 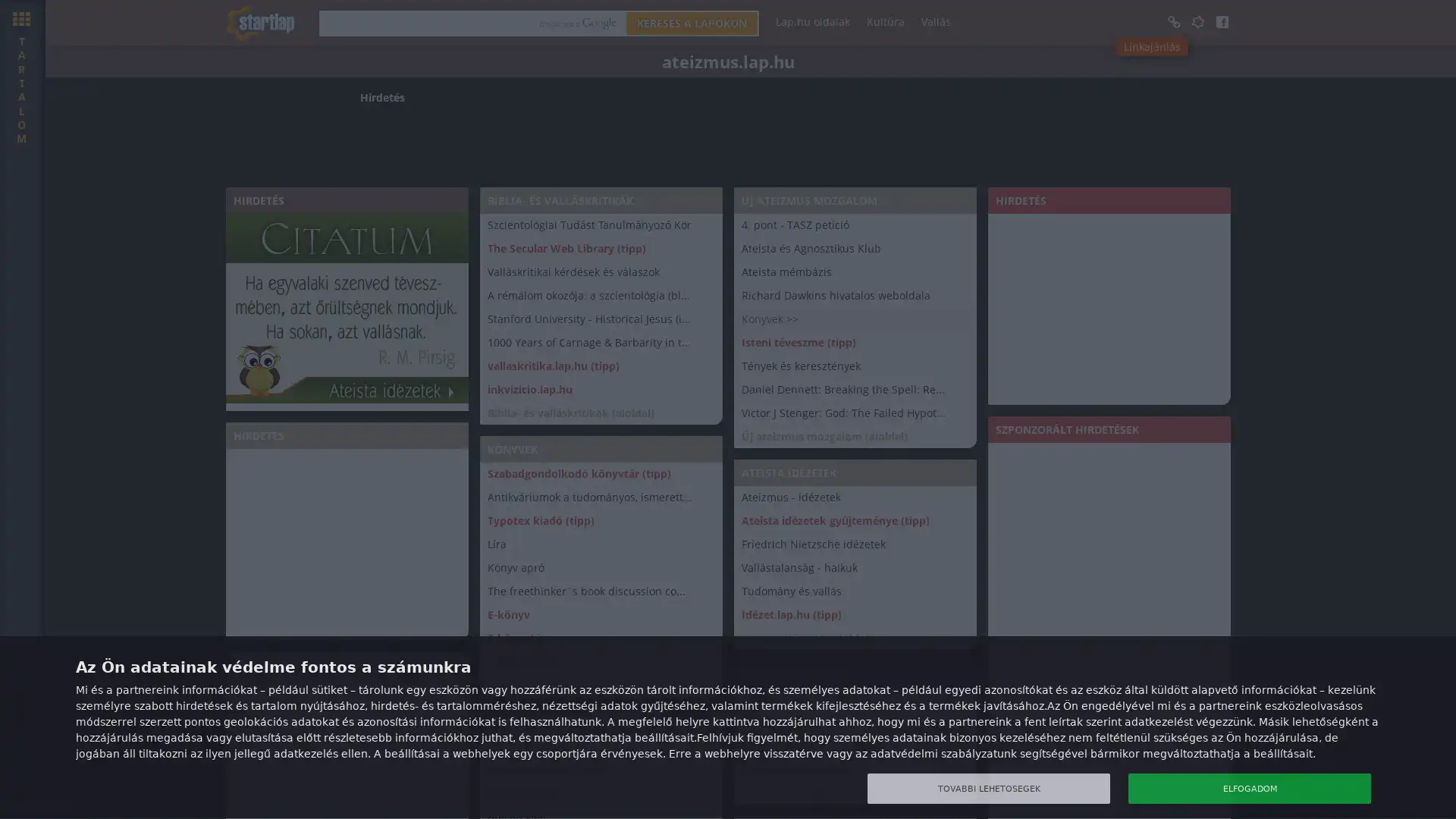 I want to click on TOVABBI LEHETOSEGEK, so click(x=989, y=788).